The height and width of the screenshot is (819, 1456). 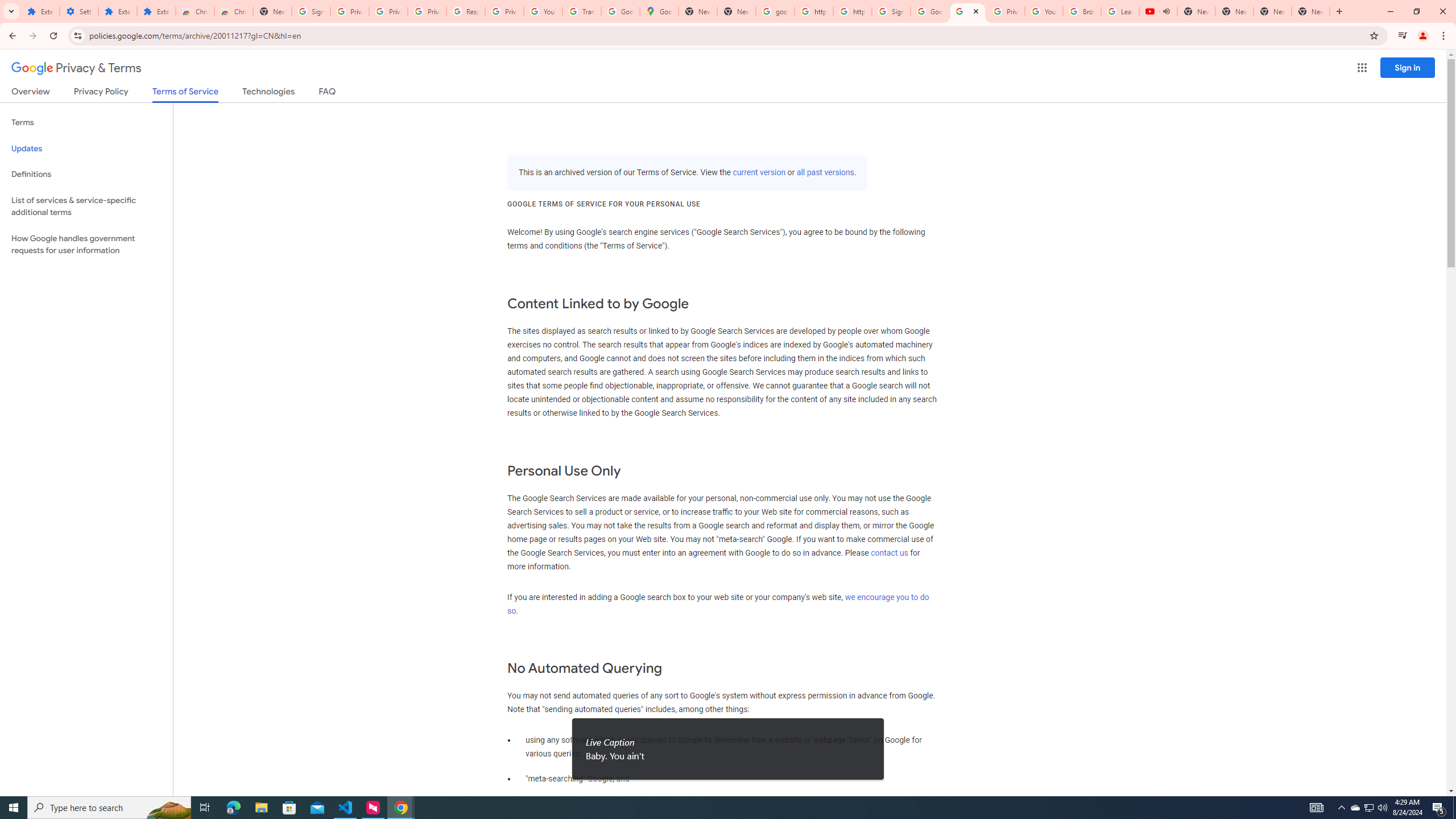 I want to click on 'we encourage you to do so', so click(x=717, y=603).